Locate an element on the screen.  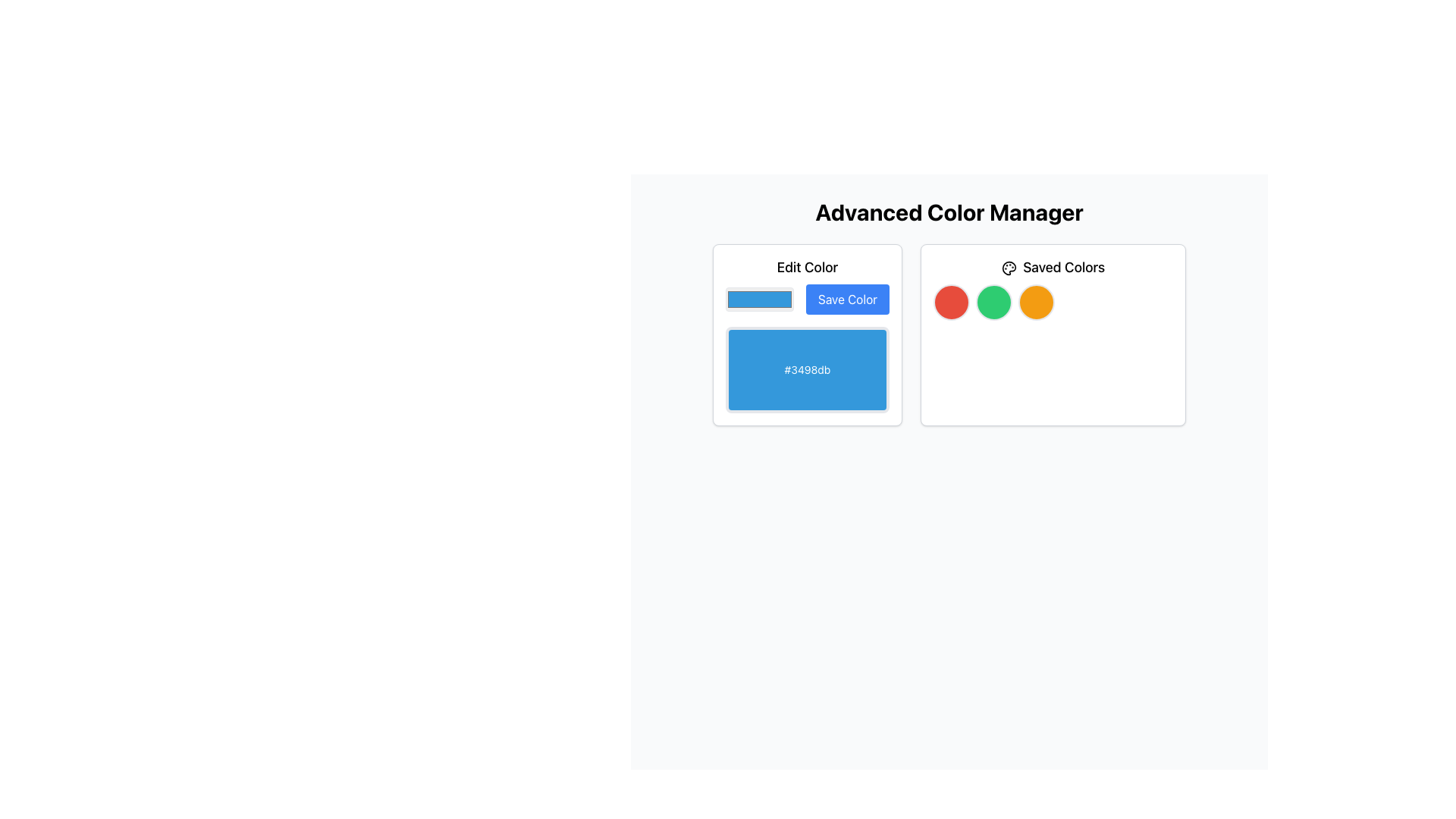
the first circular color sample in the 'Saved Colors' section, which is characterized by a bright red fill and a gray border is located at coordinates (950, 302).